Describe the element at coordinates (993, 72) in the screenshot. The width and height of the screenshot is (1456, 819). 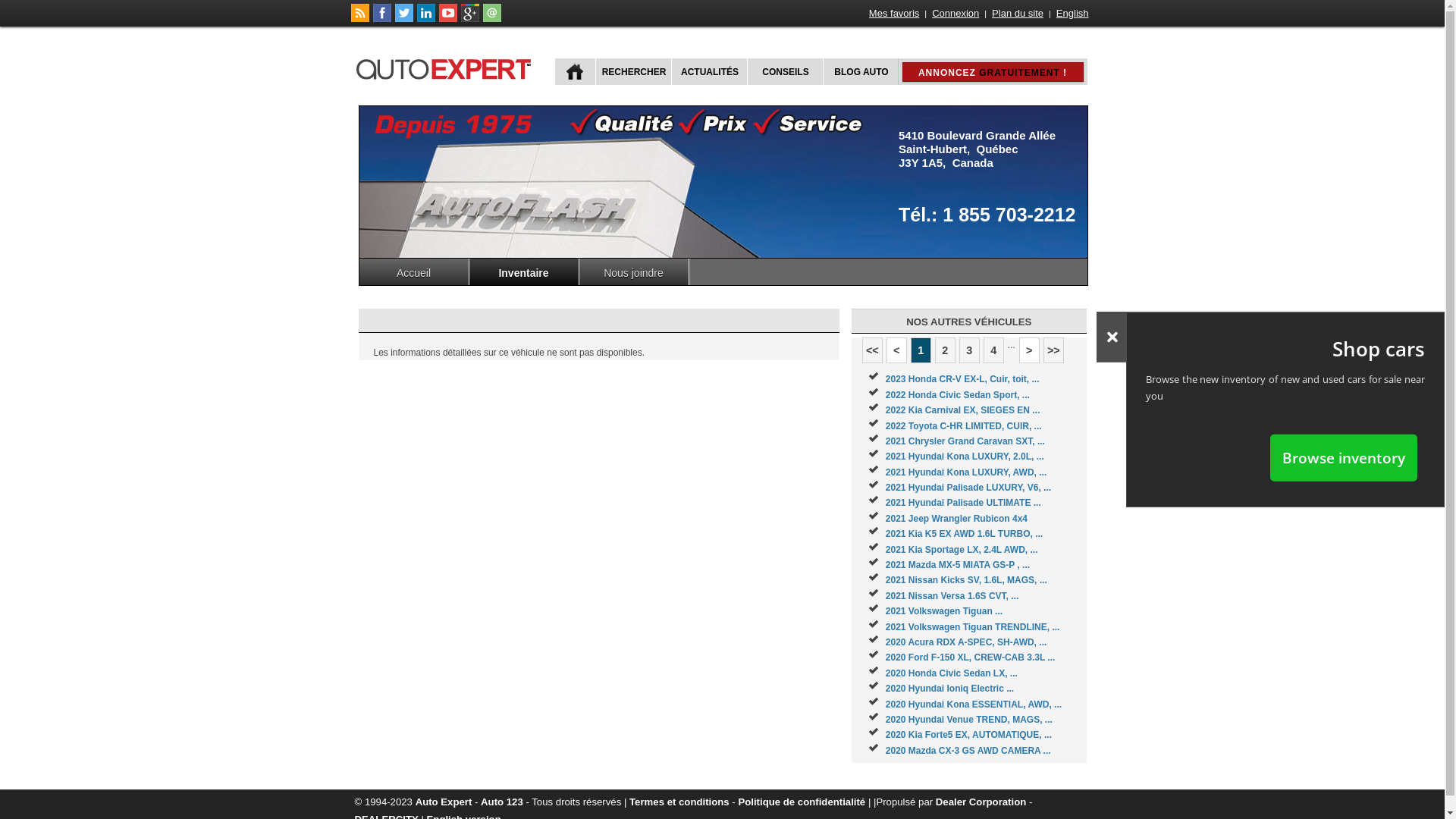
I see `'ANNONCEZ GRATUITEMENT !'` at that location.